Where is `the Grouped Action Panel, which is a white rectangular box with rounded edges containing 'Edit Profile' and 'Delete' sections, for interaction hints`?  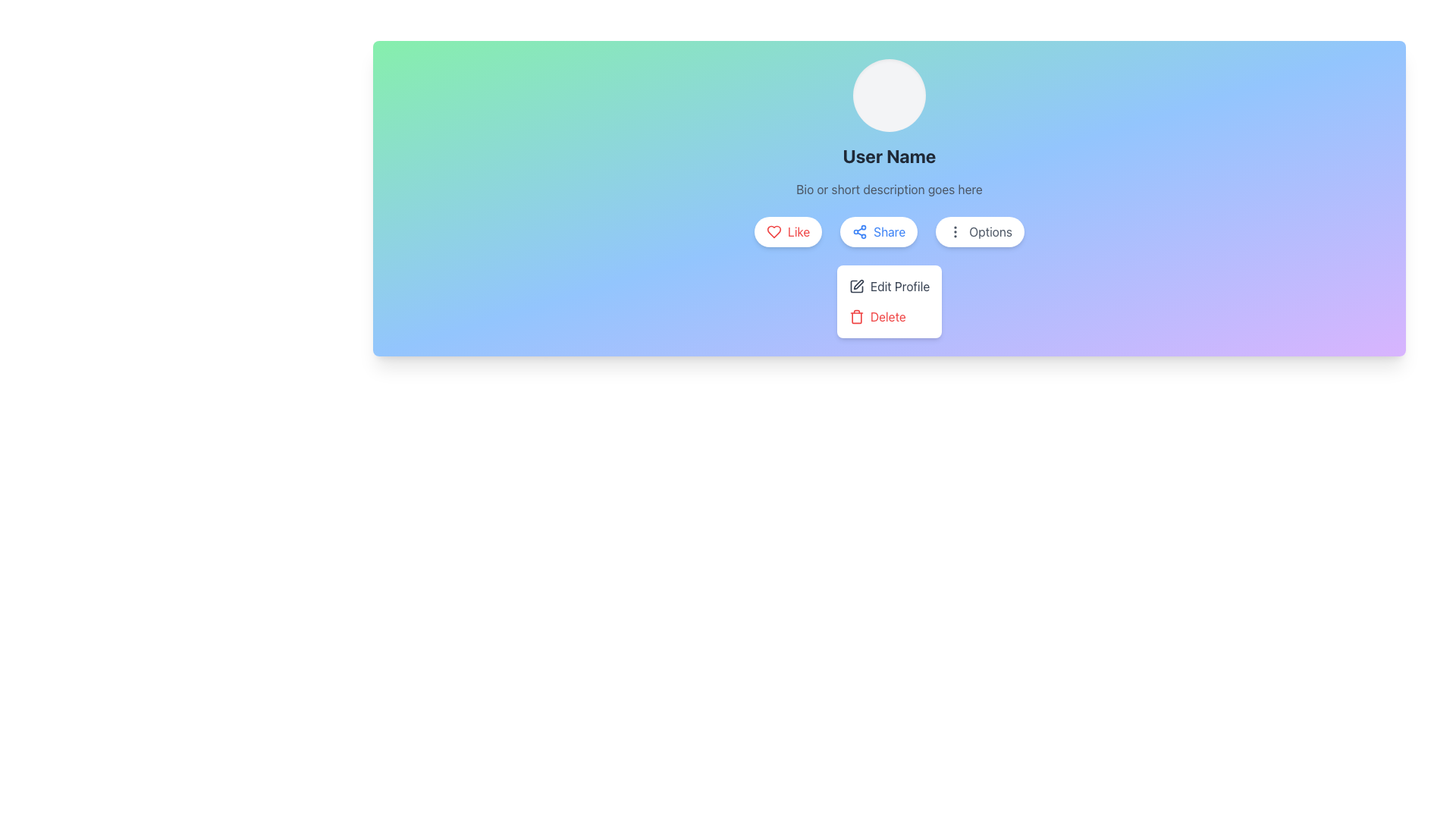
the Grouped Action Panel, which is a white rectangular box with rounded edges containing 'Edit Profile' and 'Delete' sections, for interaction hints is located at coordinates (889, 301).